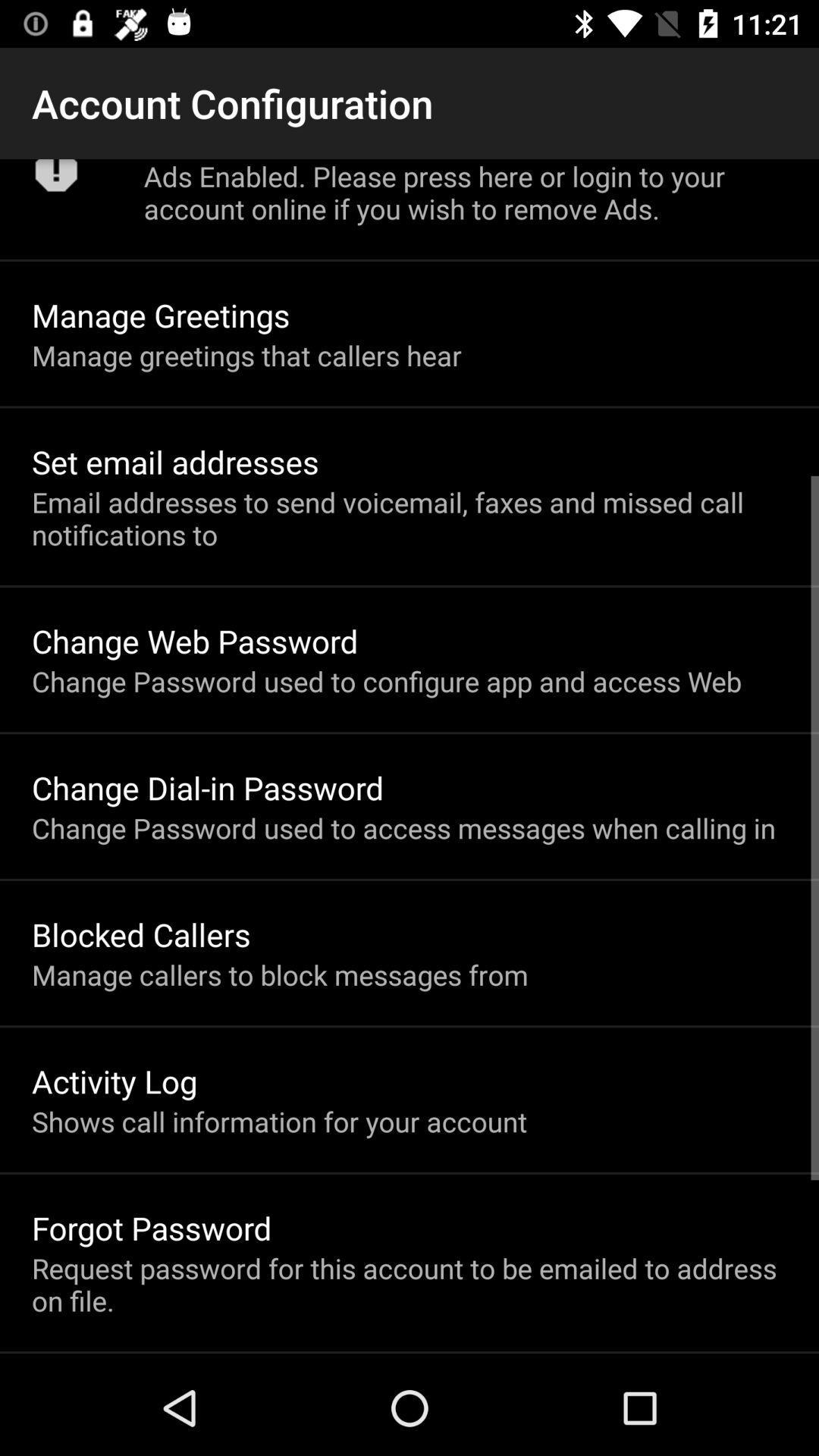 This screenshot has width=819, height=1456. Describe the element at coordinates (409, 1283) in the screenshot. I see `the request password for icon` at that location.